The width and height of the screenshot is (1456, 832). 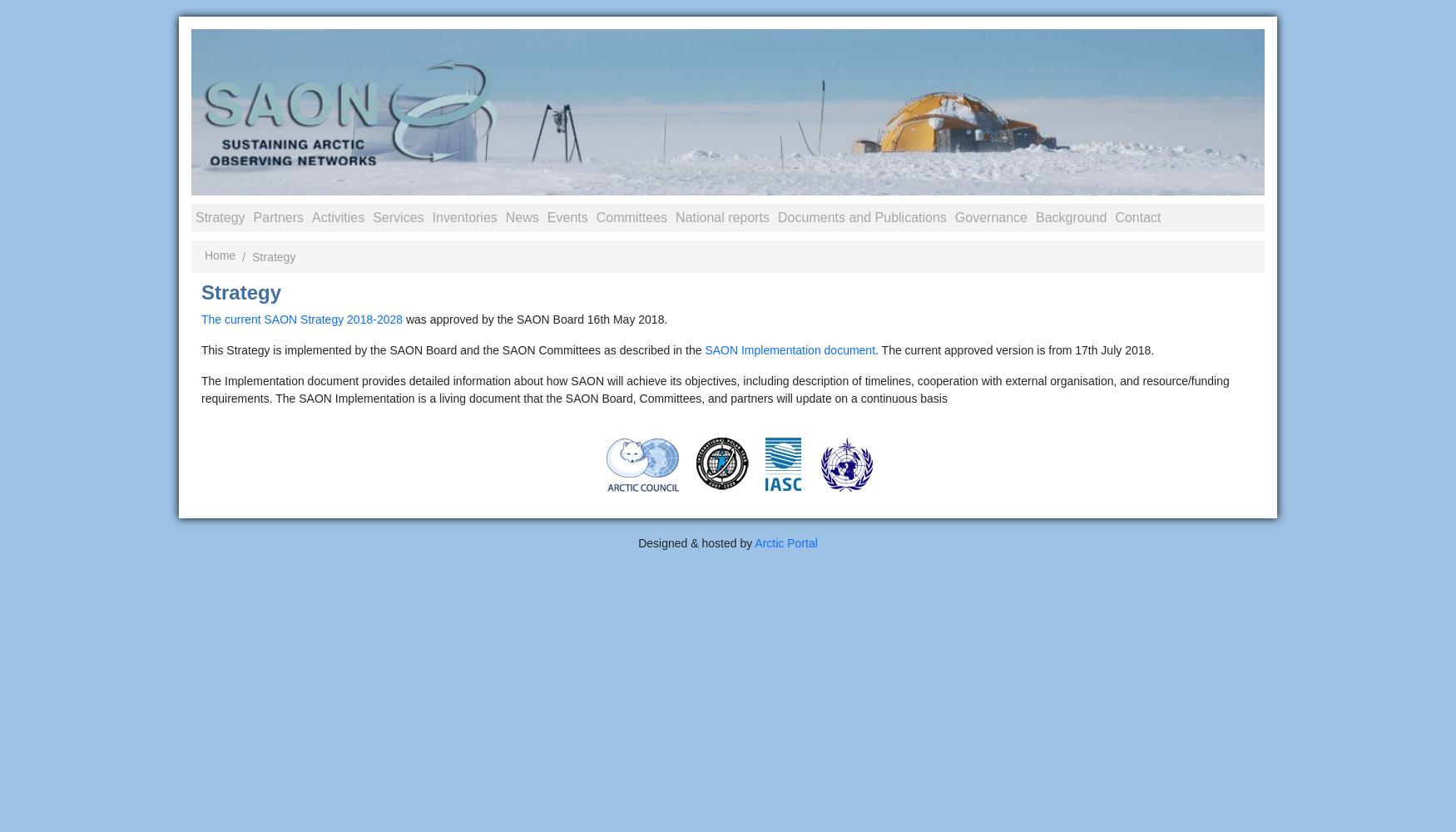 I want to click on 'Events', so click(x=566, y=216).